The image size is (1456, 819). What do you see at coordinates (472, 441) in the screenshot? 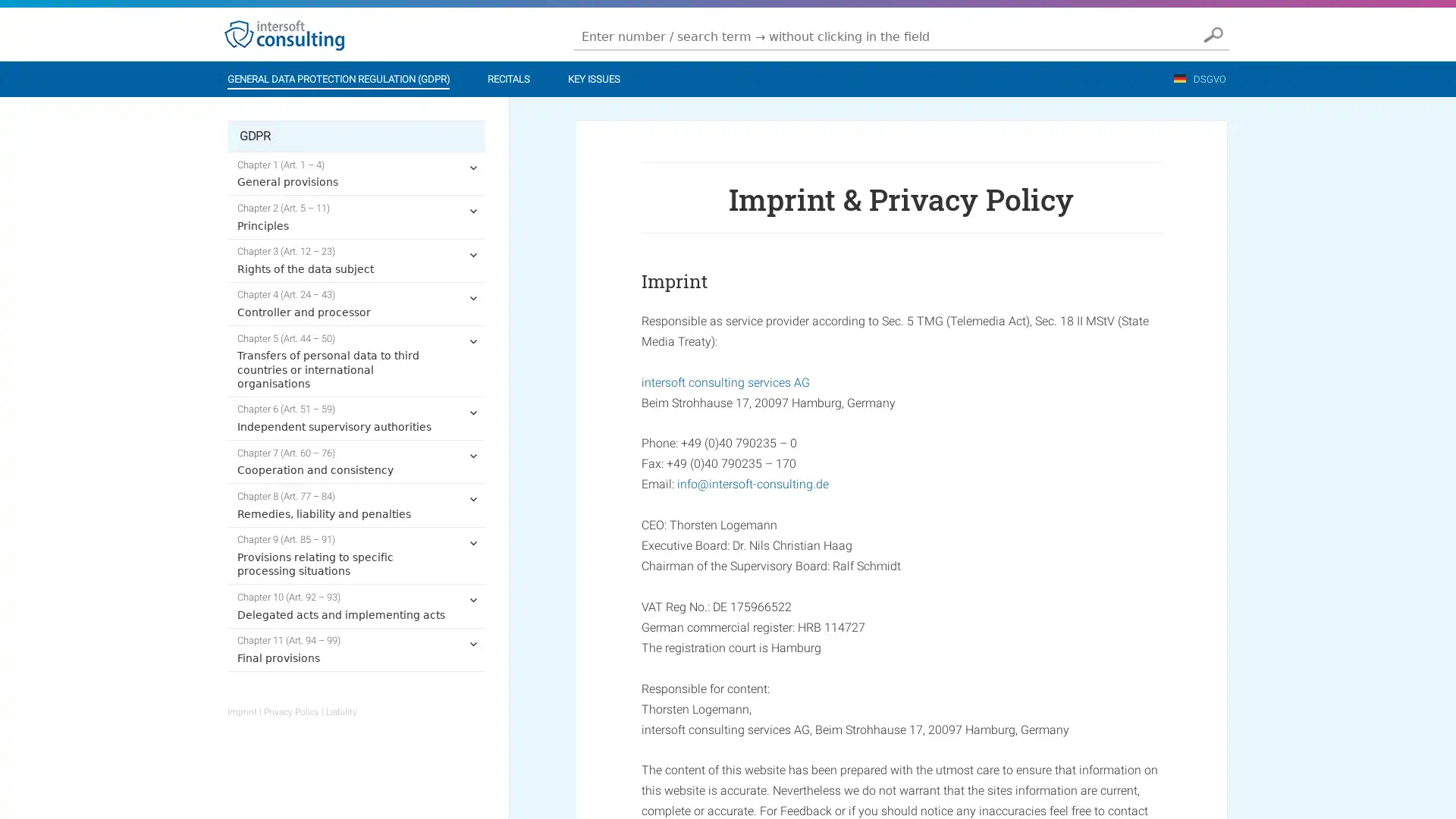
I see `expand child menu` at bounding box center [472, 441].